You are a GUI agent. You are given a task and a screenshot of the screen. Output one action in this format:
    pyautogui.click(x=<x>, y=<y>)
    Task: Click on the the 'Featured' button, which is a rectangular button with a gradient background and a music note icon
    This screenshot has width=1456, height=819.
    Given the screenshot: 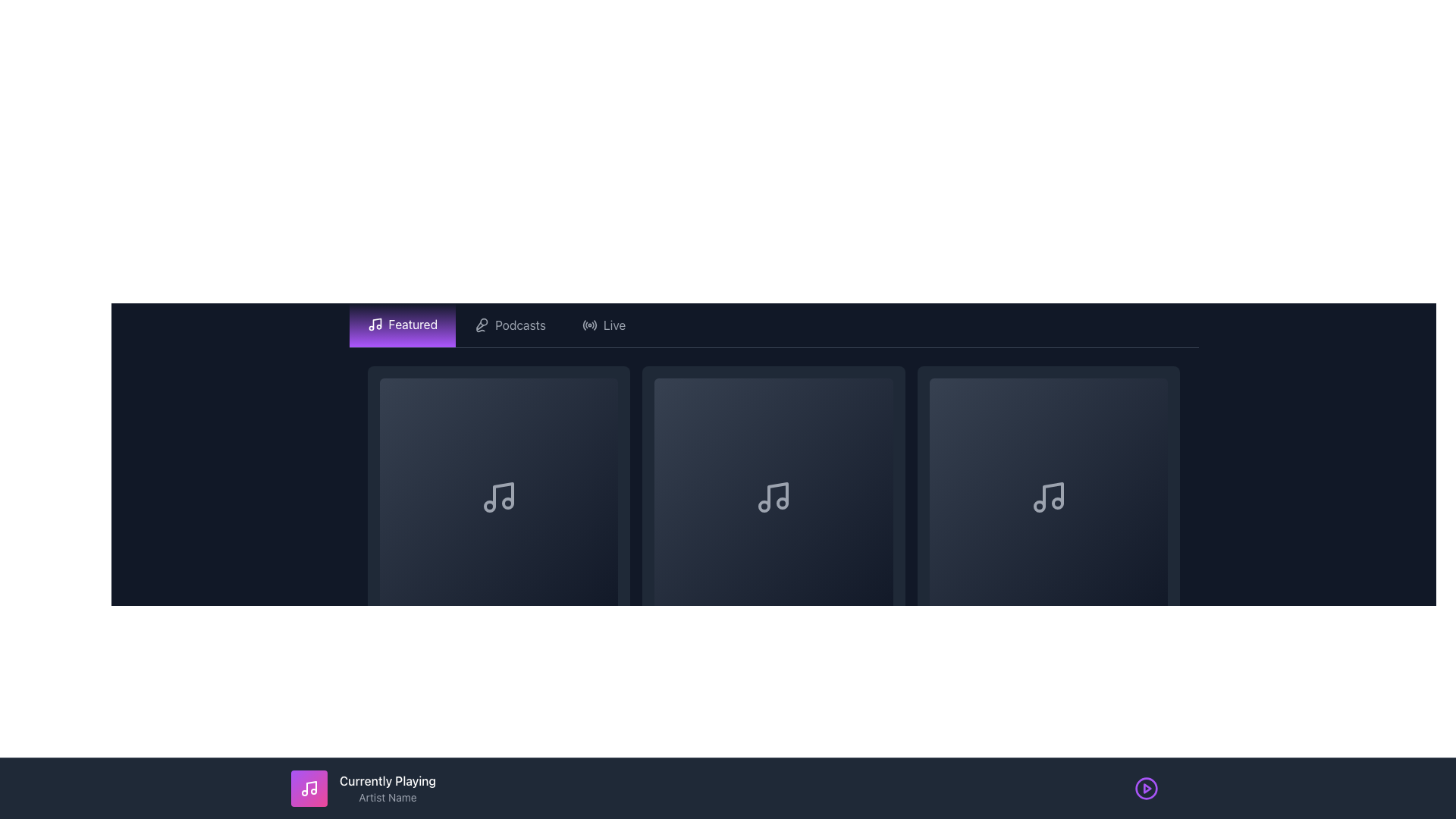 What is the action you would take?
    pyautogui.click(x=402, y=324)
    